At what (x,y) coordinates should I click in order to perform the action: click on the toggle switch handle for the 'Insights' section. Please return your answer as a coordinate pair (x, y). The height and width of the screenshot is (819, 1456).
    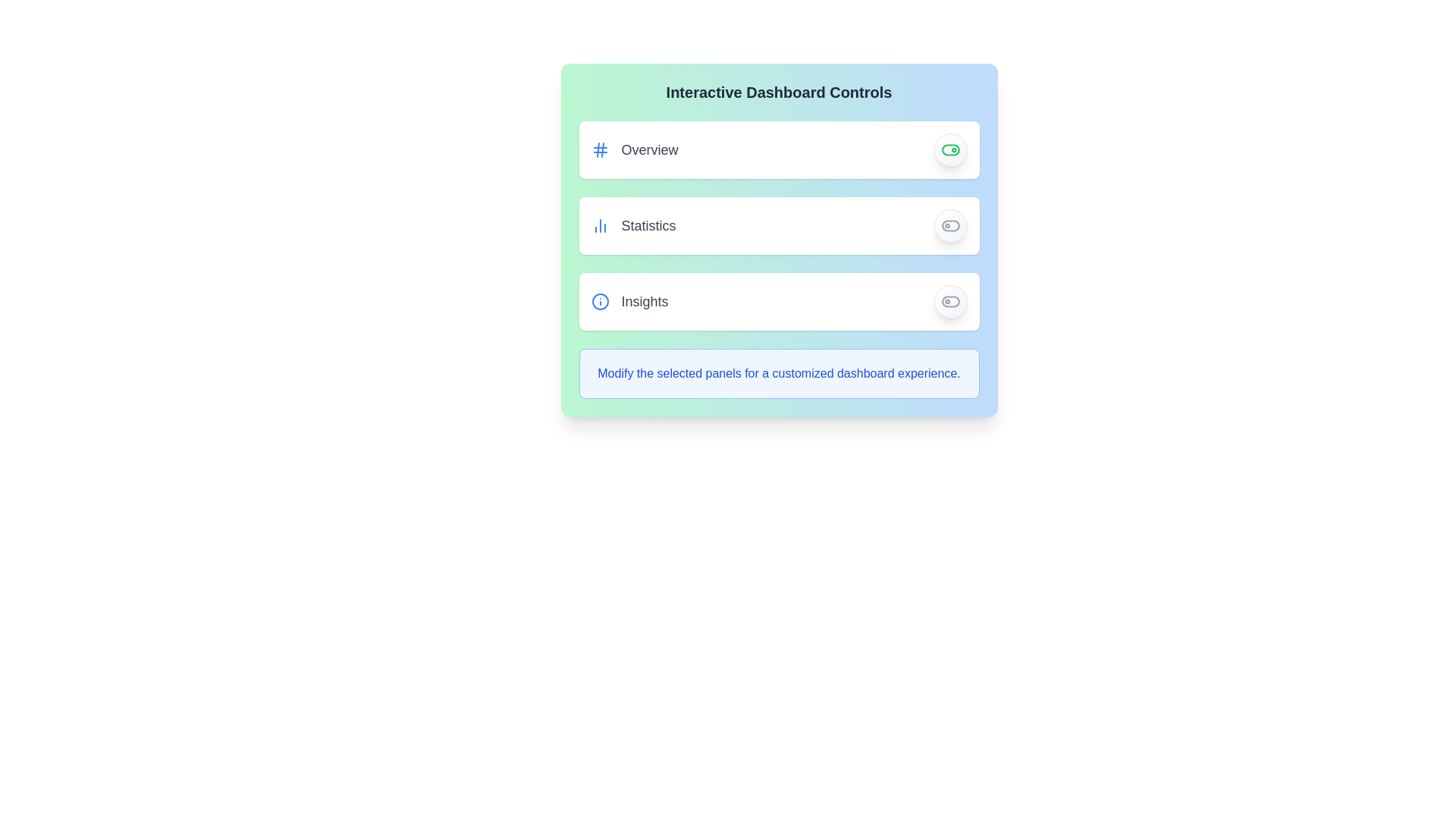
    Looking at the image, I should click on (949, 301).